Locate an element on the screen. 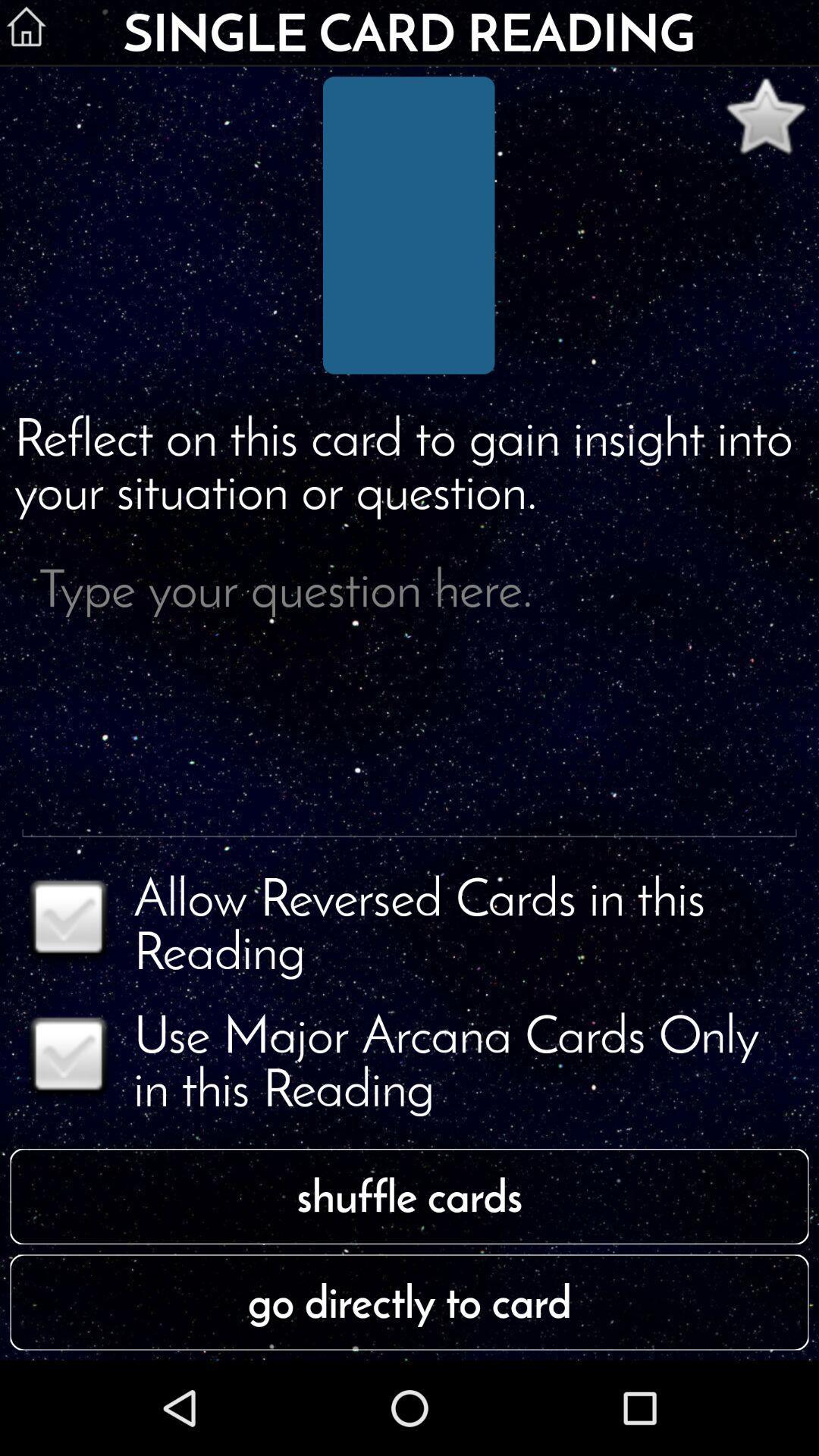  the home icon is located at coordinates (26, 28).